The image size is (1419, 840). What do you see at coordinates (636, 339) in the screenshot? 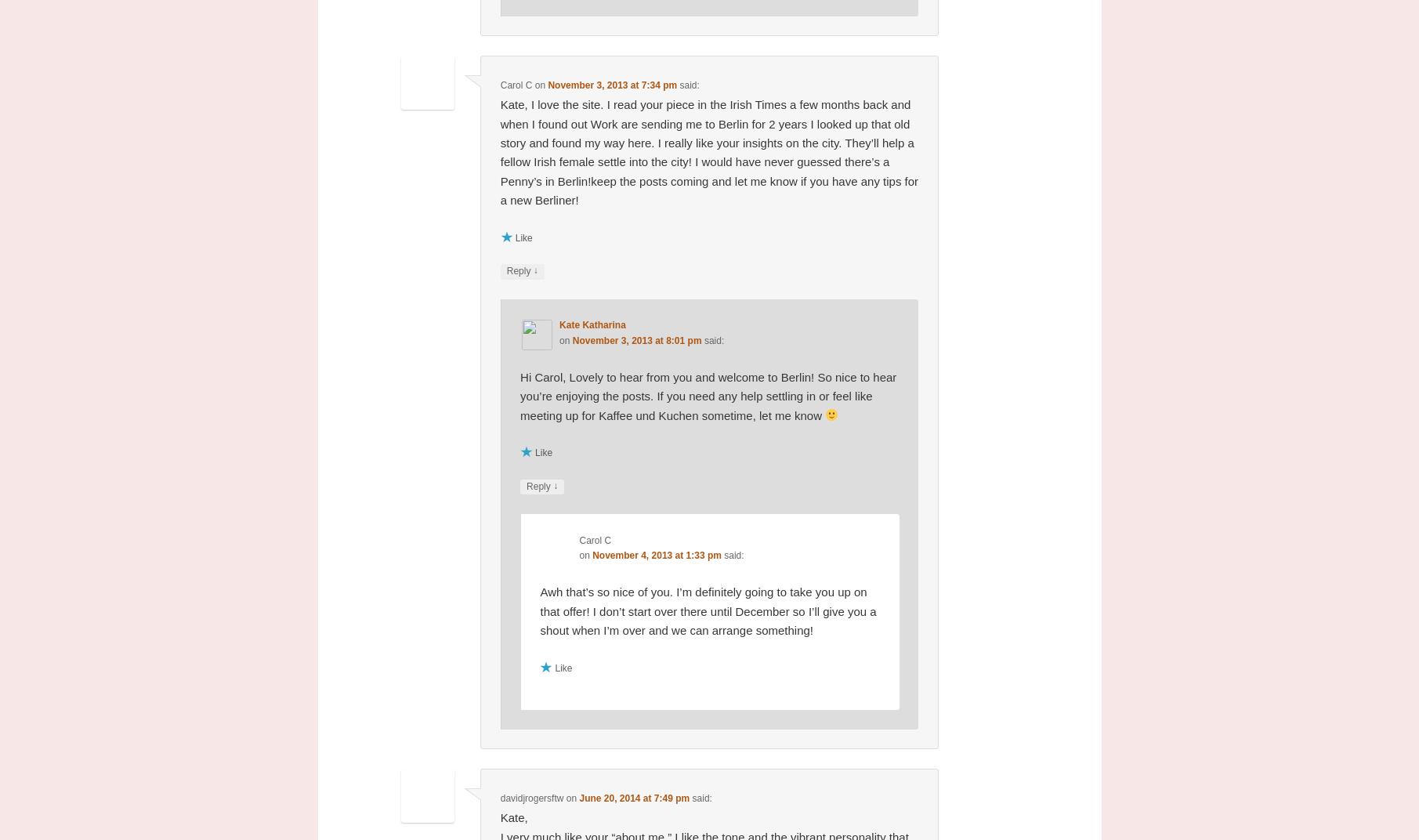
I see `'November 3, 2013 at 8:01 pm'` at bounding box center [636, 339].